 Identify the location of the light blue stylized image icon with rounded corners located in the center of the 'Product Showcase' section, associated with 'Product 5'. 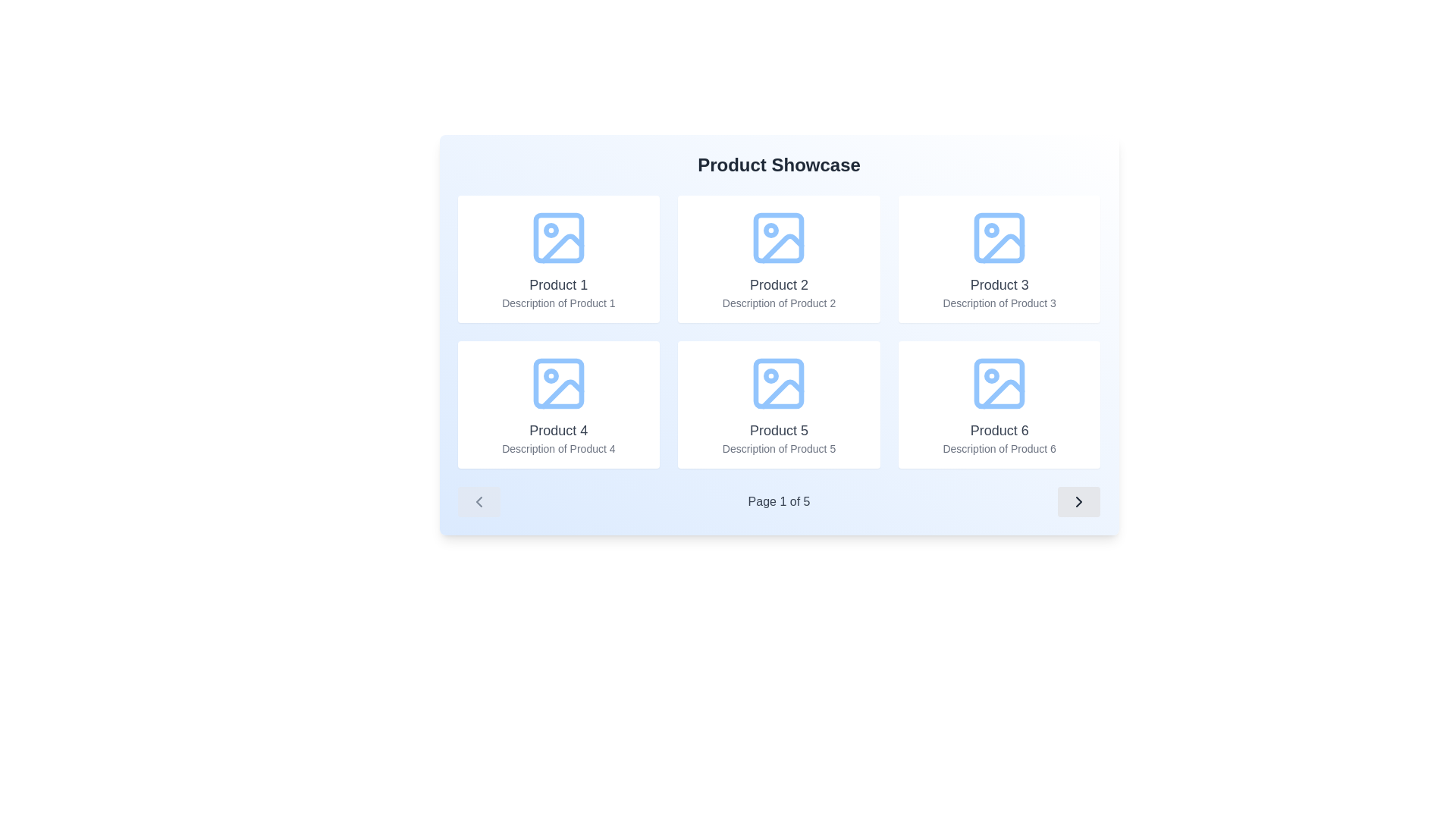
(779, 382).